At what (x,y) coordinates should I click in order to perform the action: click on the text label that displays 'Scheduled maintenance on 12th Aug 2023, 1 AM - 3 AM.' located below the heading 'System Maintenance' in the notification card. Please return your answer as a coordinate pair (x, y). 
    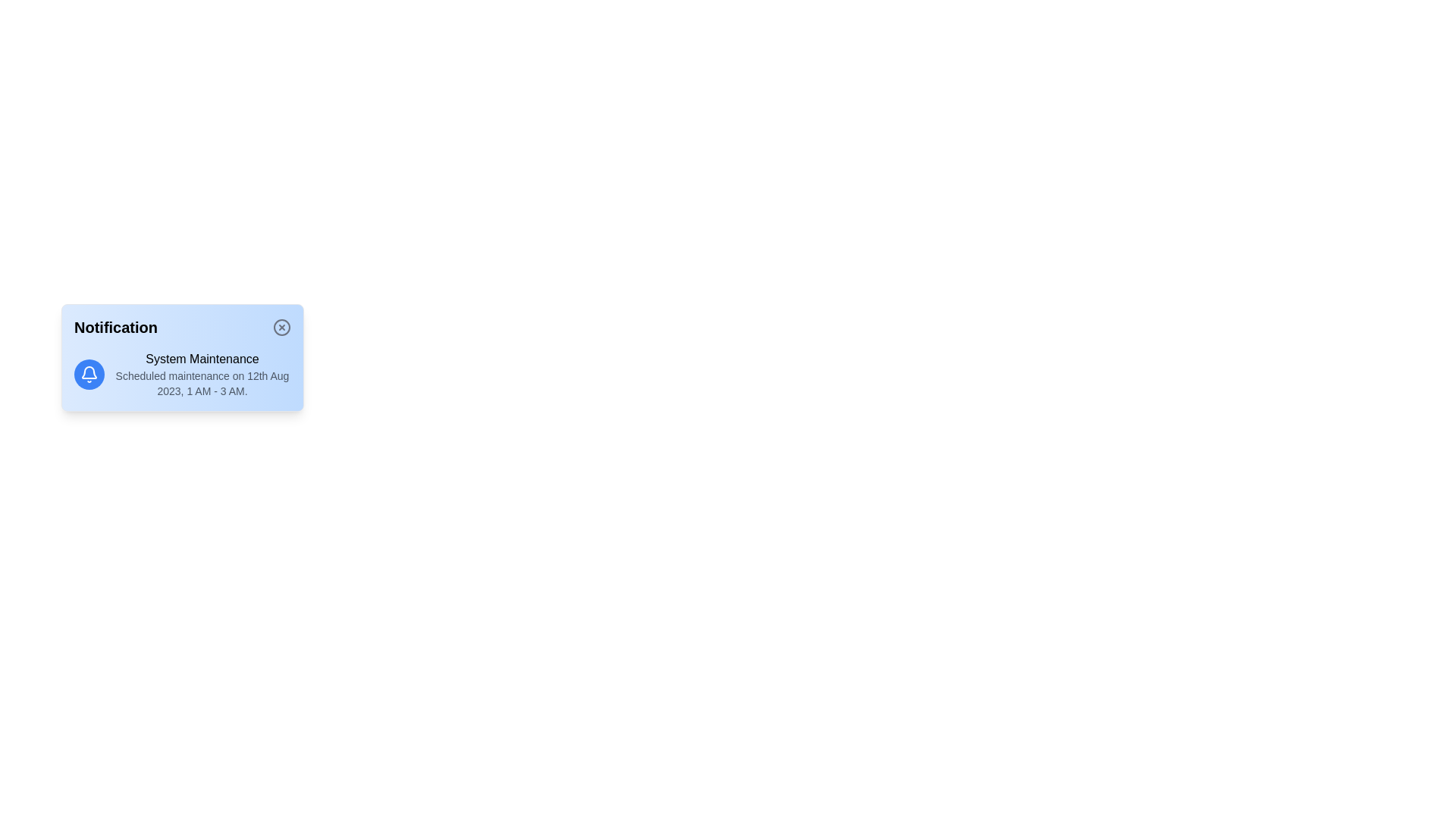
    Looking at the image, I should click on (202, 382).